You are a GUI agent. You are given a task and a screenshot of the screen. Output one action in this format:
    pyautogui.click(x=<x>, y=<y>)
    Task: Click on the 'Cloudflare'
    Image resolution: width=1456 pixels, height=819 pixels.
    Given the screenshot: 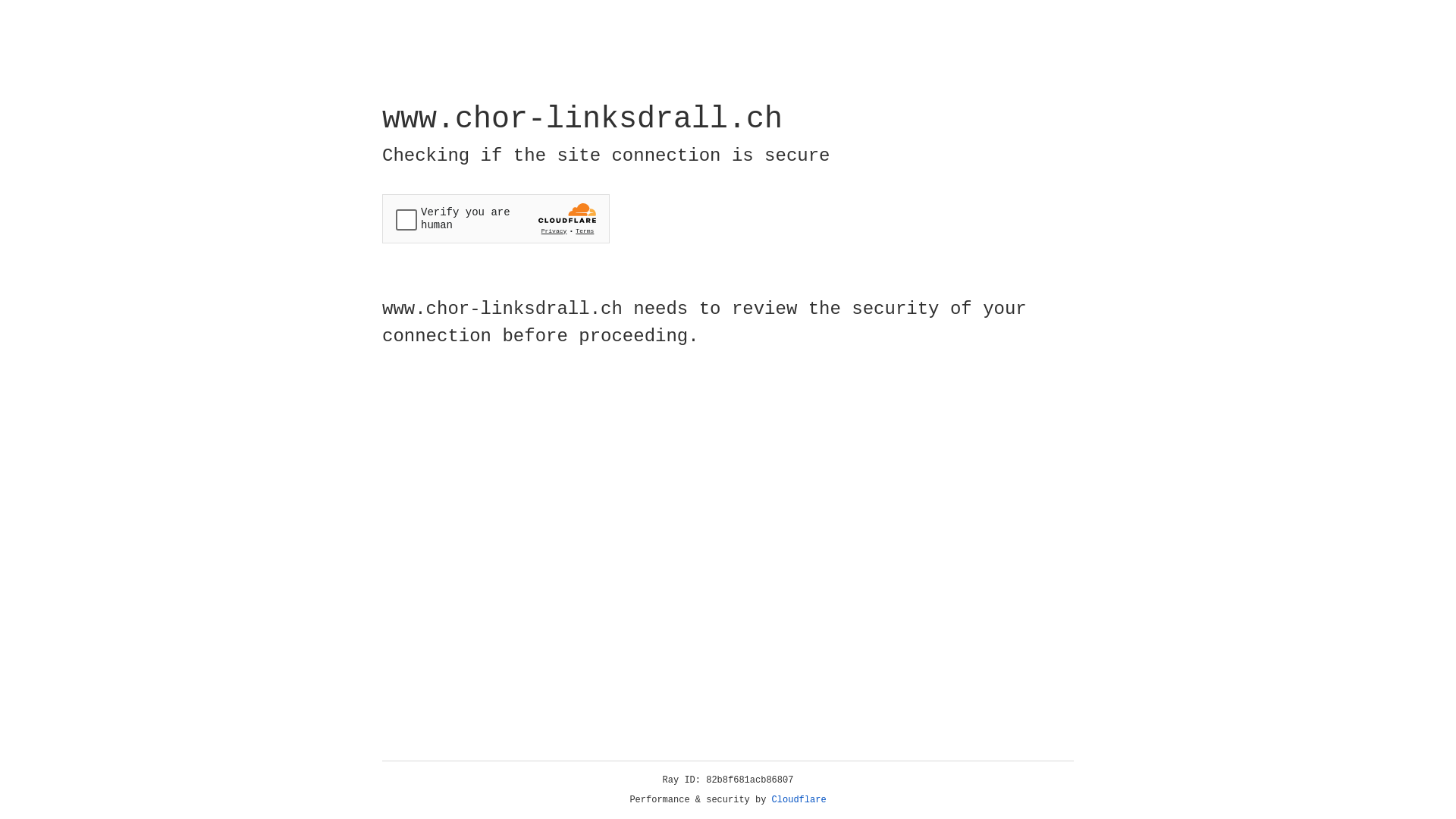 What is the action you would take?
    pyautogui.click(x=799, y=799)
    